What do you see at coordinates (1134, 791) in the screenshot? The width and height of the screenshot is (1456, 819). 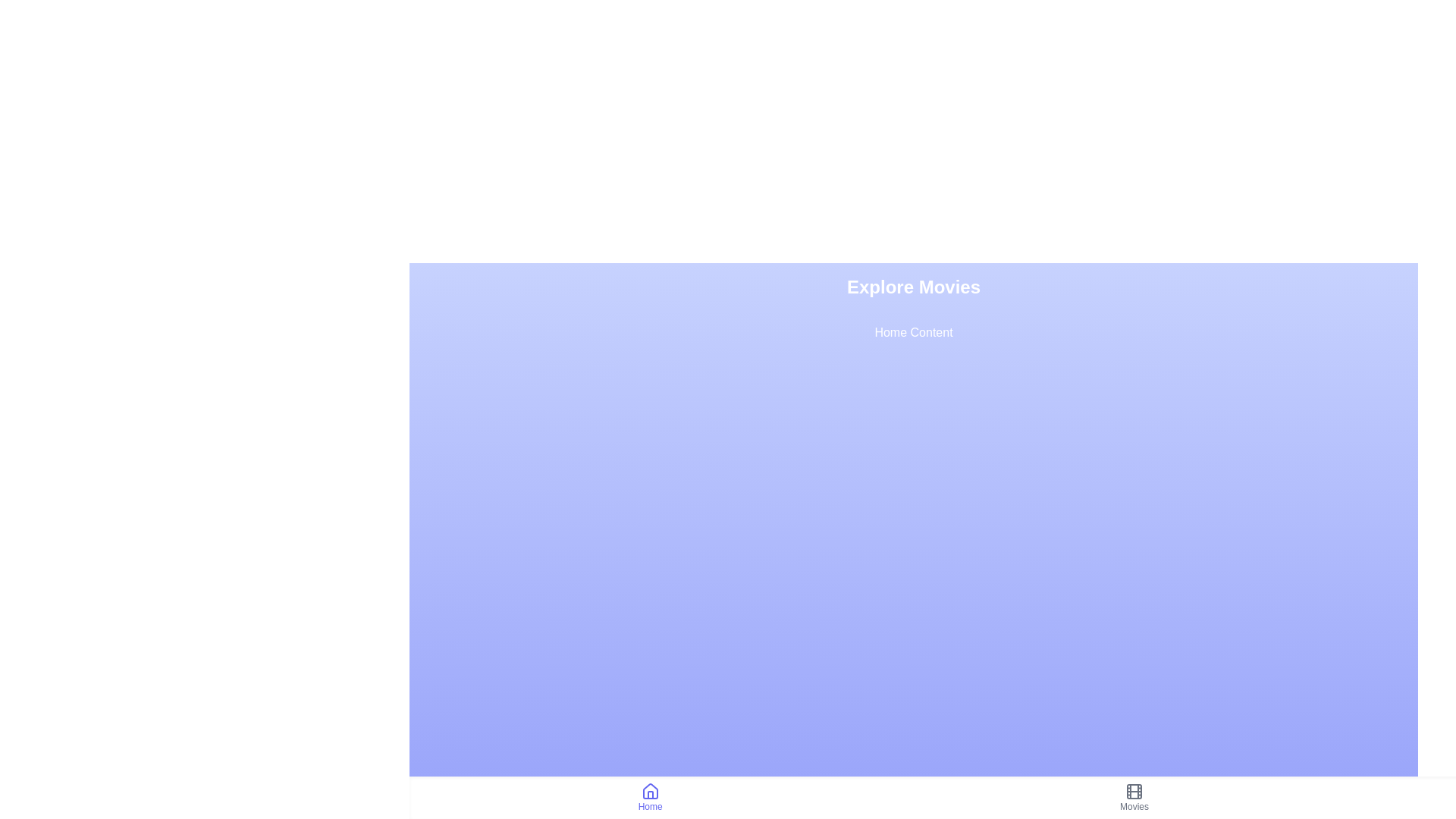 I see `the 'Movies' icon located in the center of the navigation bar at the bottom of the interface` at bounding box center [1134, 791].